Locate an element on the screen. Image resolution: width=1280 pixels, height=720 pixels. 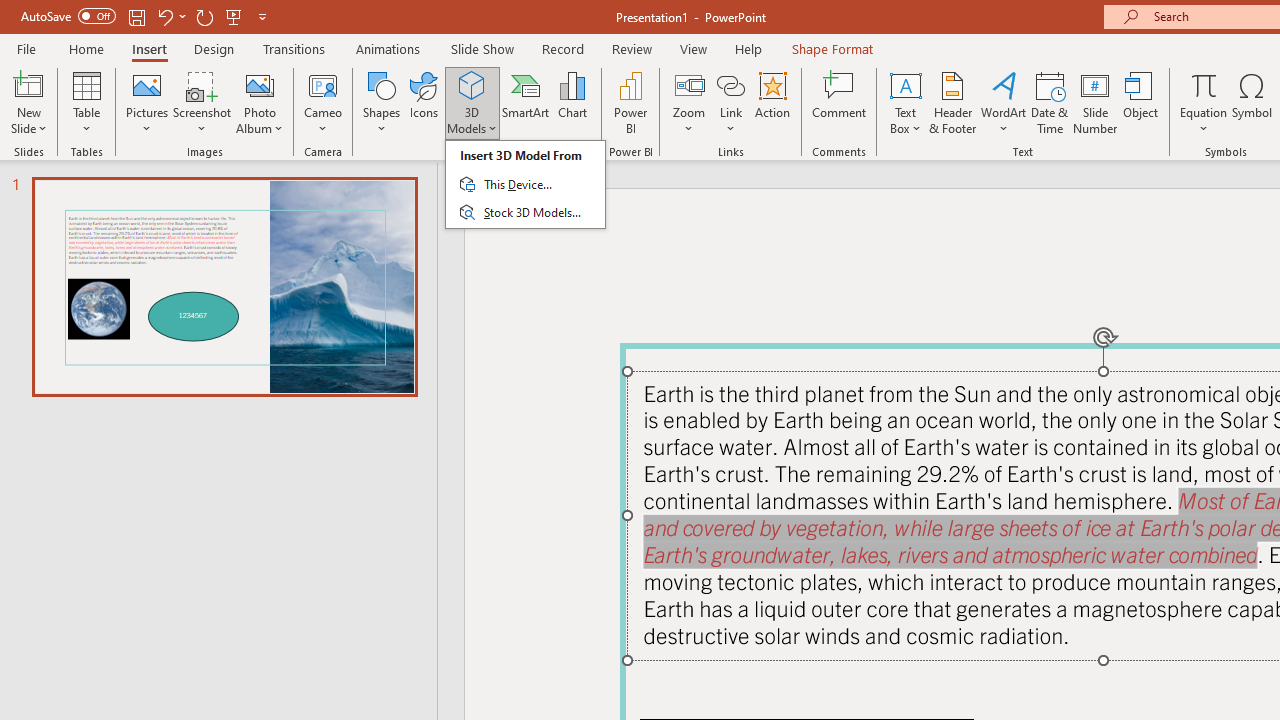
'Screenshot' is located at coordinates (202, 103).